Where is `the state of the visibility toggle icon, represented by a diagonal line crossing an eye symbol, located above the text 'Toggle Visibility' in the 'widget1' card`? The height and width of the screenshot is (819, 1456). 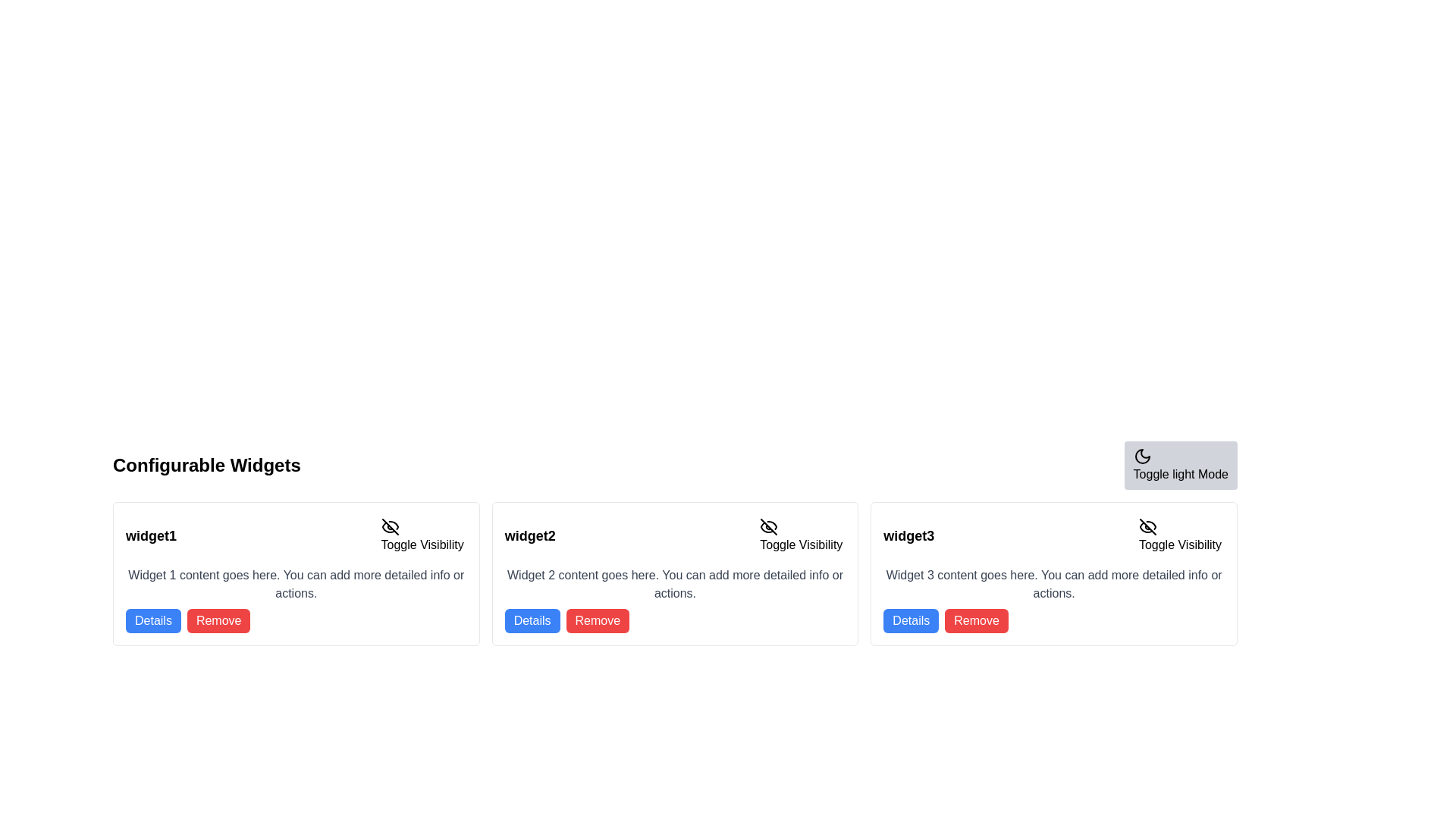 the state of the visibility toggle icon, represented by a diagonal line crossing an eye symbol, located above the text 'Toggle Visibility' in the 'widget1' card is located at coordinates (390, 526).